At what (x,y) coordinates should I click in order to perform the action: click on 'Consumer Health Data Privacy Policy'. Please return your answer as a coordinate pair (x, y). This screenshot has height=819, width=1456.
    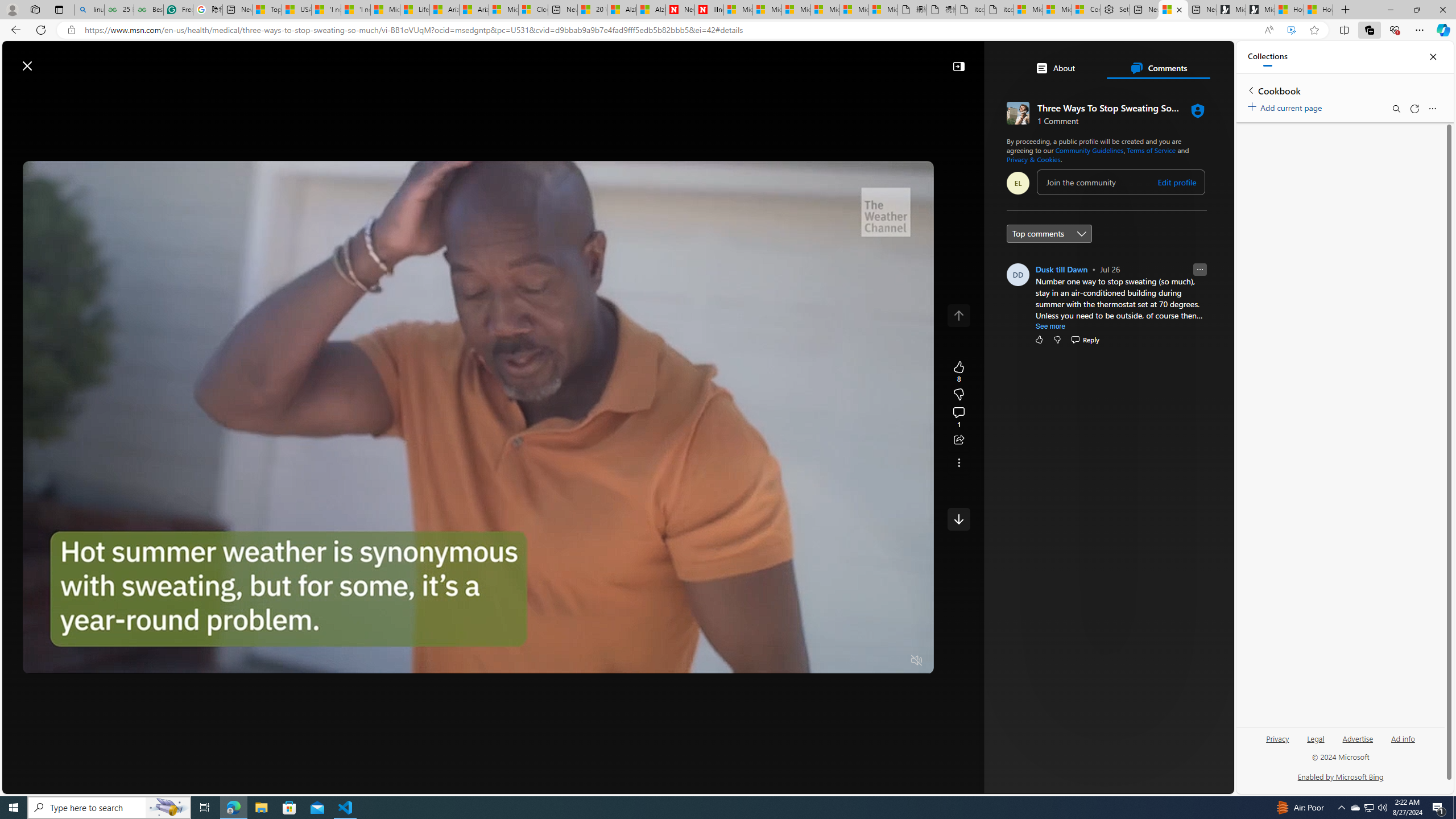
    Looking at the image, I should click on (1085, 9).